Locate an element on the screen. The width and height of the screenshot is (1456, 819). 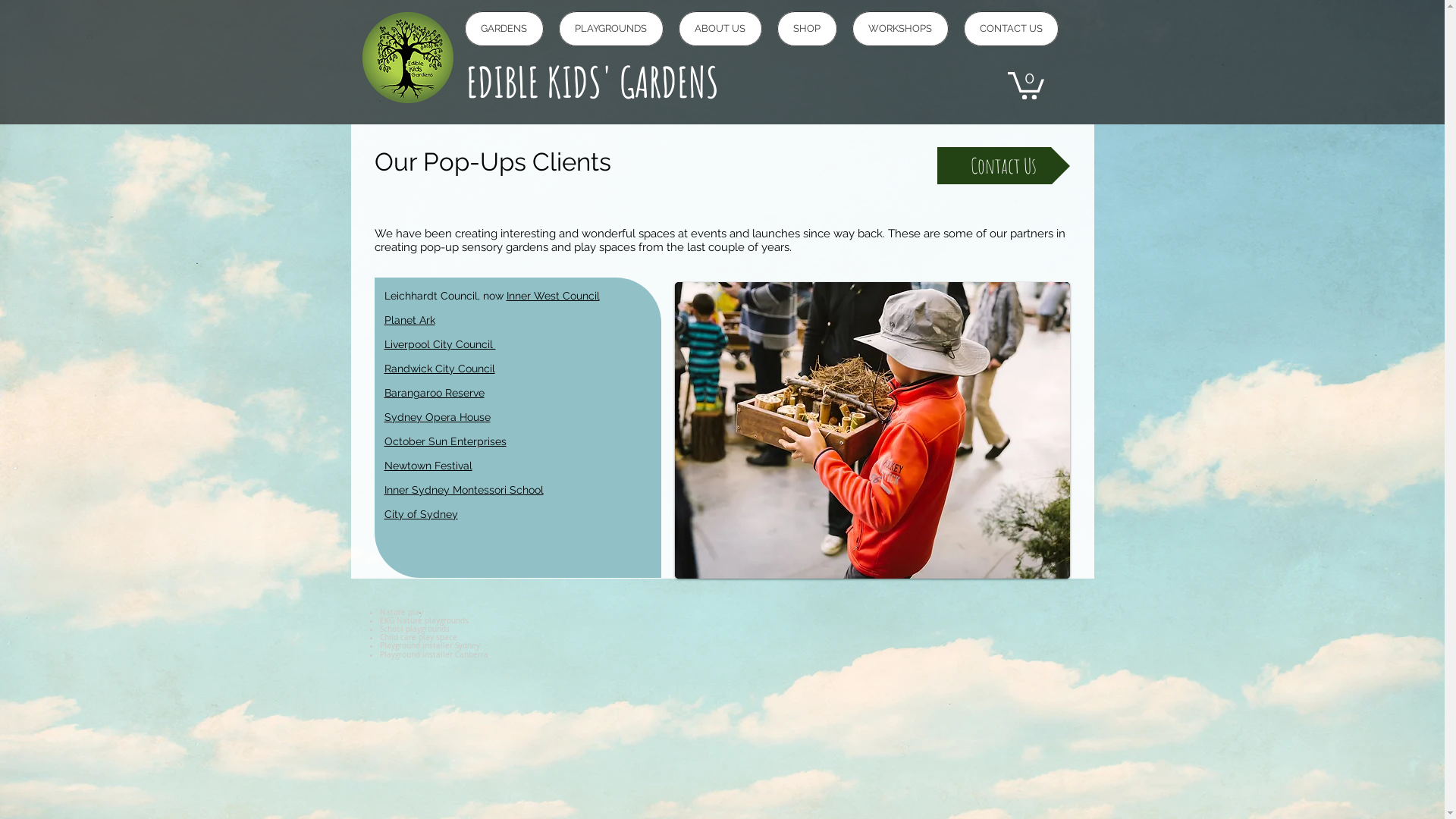
'0' is located at coordinates (1025, 84).